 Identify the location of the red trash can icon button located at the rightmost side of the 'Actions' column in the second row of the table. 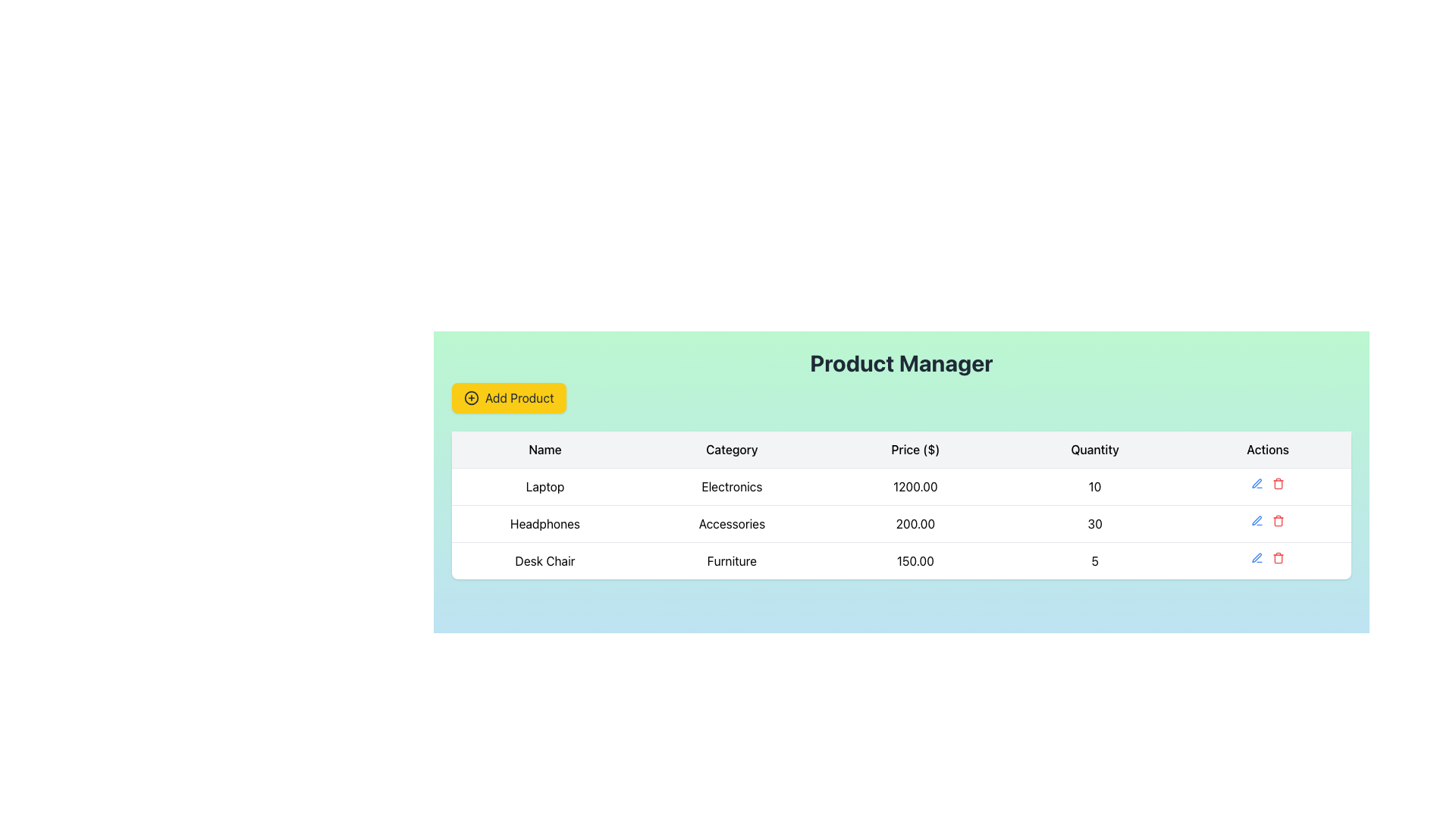
(1278, 519).